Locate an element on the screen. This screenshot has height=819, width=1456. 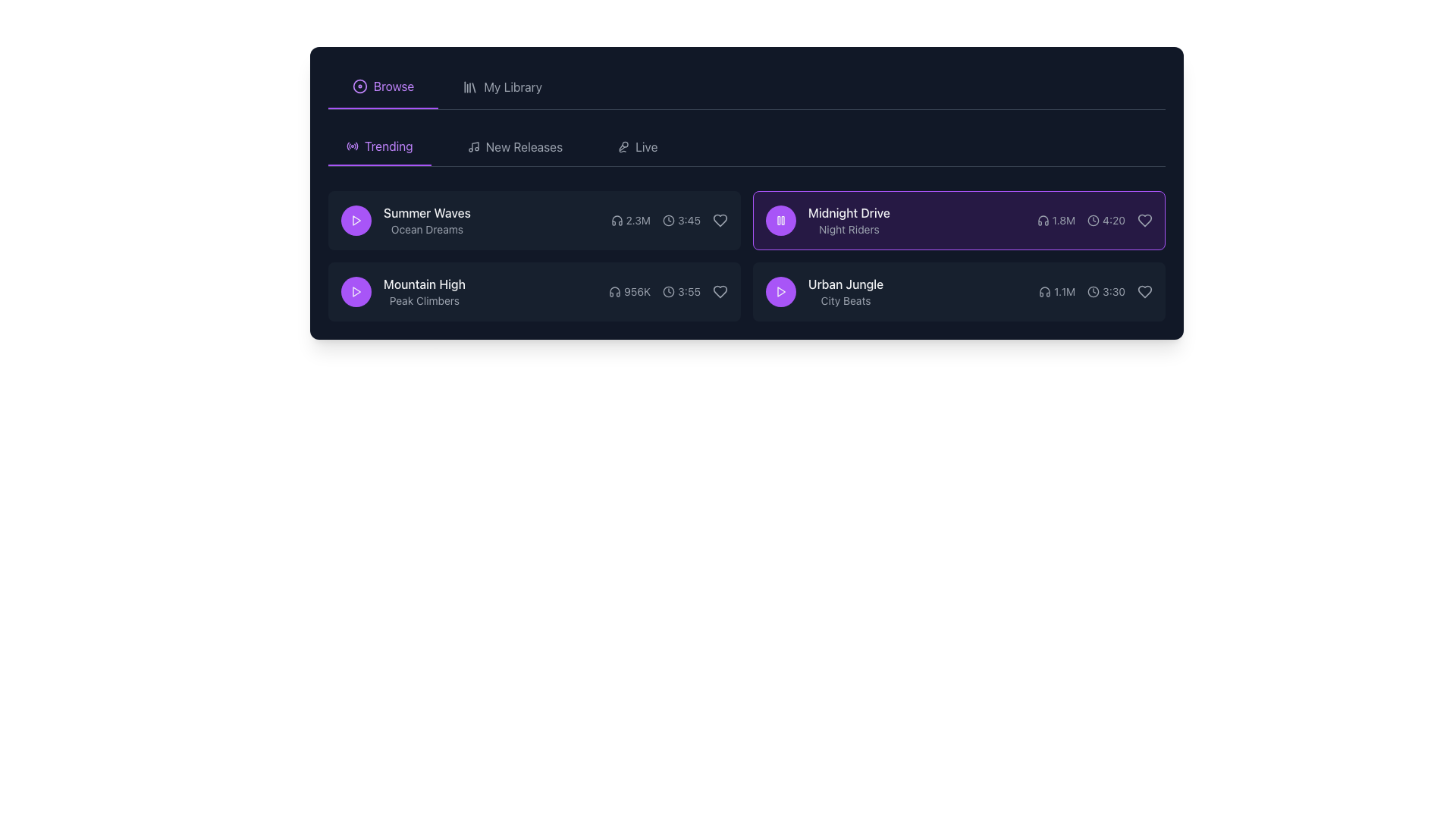
text label 'Mountain High' located in the 'Trending' section, specifically in the second item of the list, above the description labeled 'Peak Climbers' is located at coordinates (424, 284).